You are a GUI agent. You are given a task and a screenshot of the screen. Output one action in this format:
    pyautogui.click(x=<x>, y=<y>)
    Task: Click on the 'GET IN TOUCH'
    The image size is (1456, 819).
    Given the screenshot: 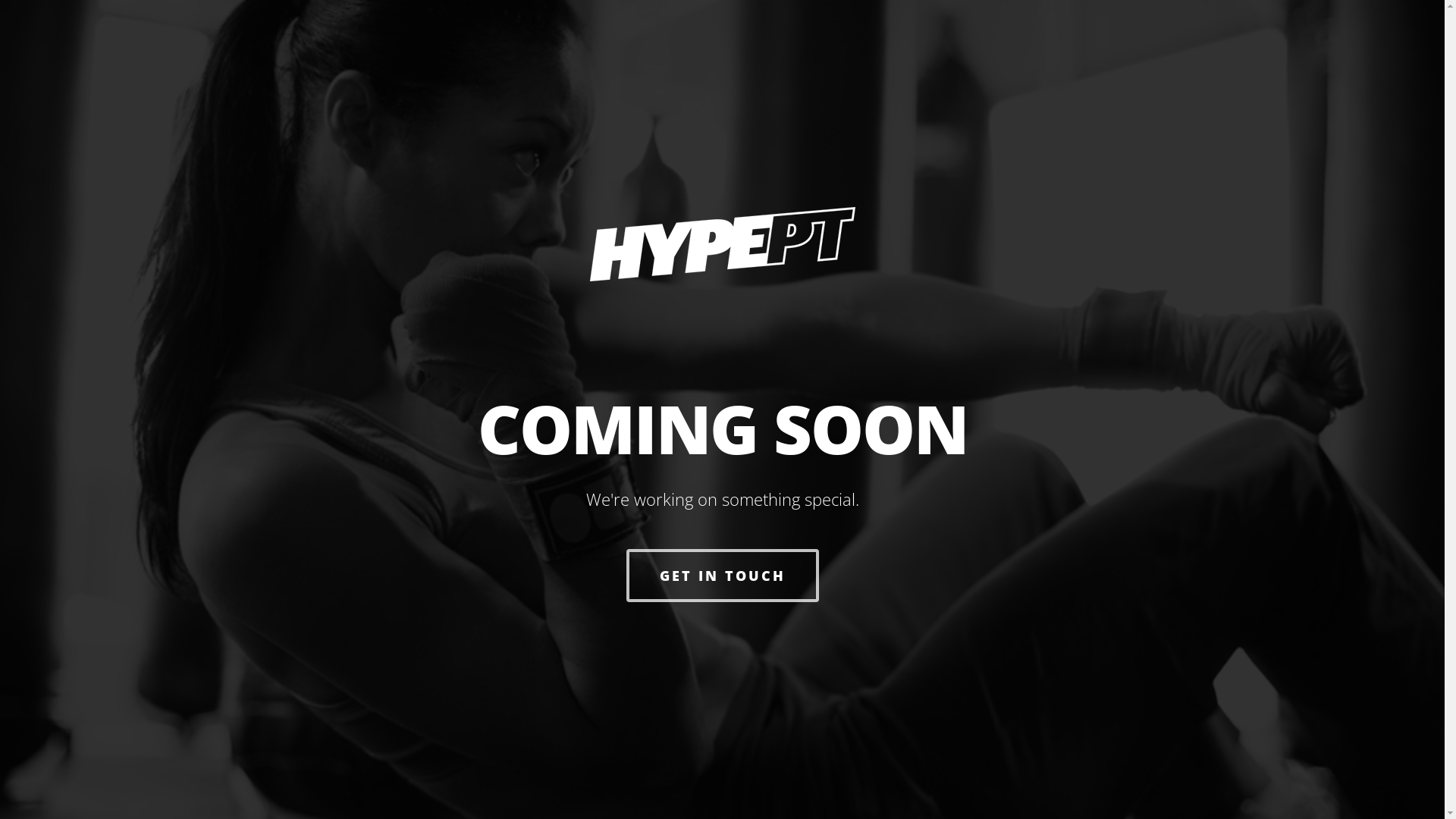 What is the action you would take?
    pyautogui.click(x=626, y=576)
    